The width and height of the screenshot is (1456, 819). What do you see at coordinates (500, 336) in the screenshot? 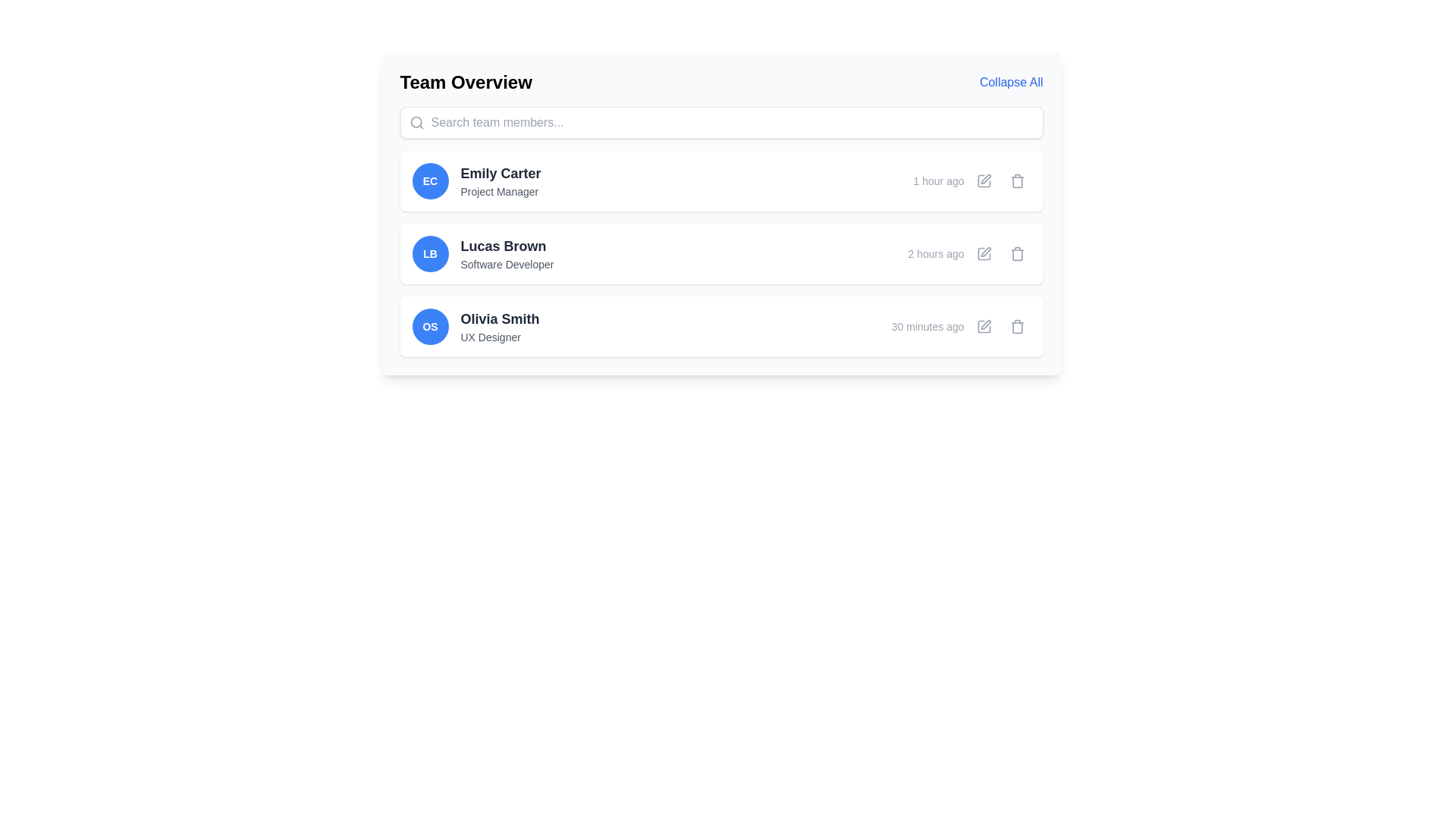
I see `the text label displaying 'UX Designer' associated with Olivia Smith, positioned below the name and to the right of the circular badge` at bounding box center [500, 336].